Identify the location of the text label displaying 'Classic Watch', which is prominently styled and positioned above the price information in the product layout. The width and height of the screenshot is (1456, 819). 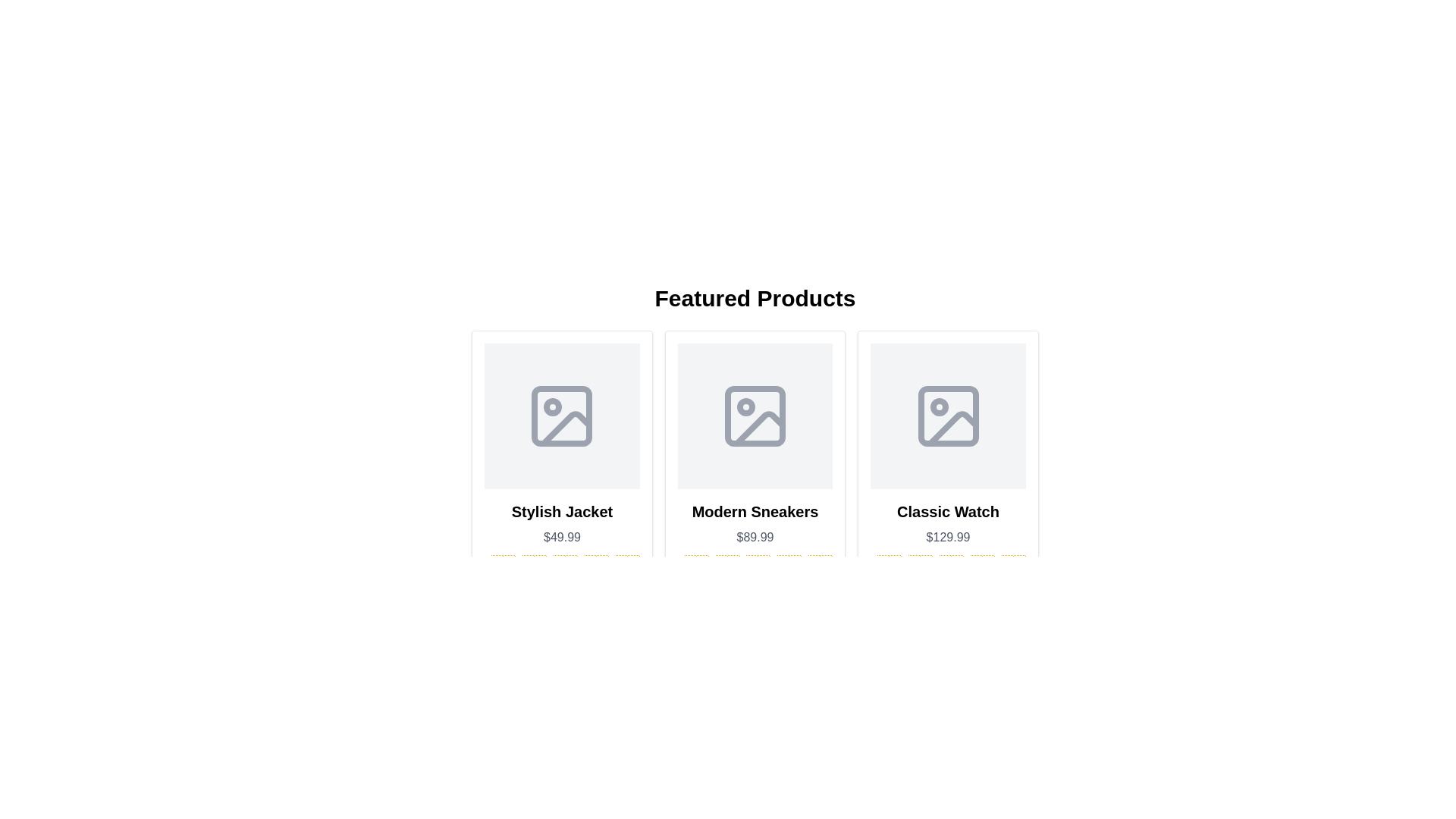
(947, 512).